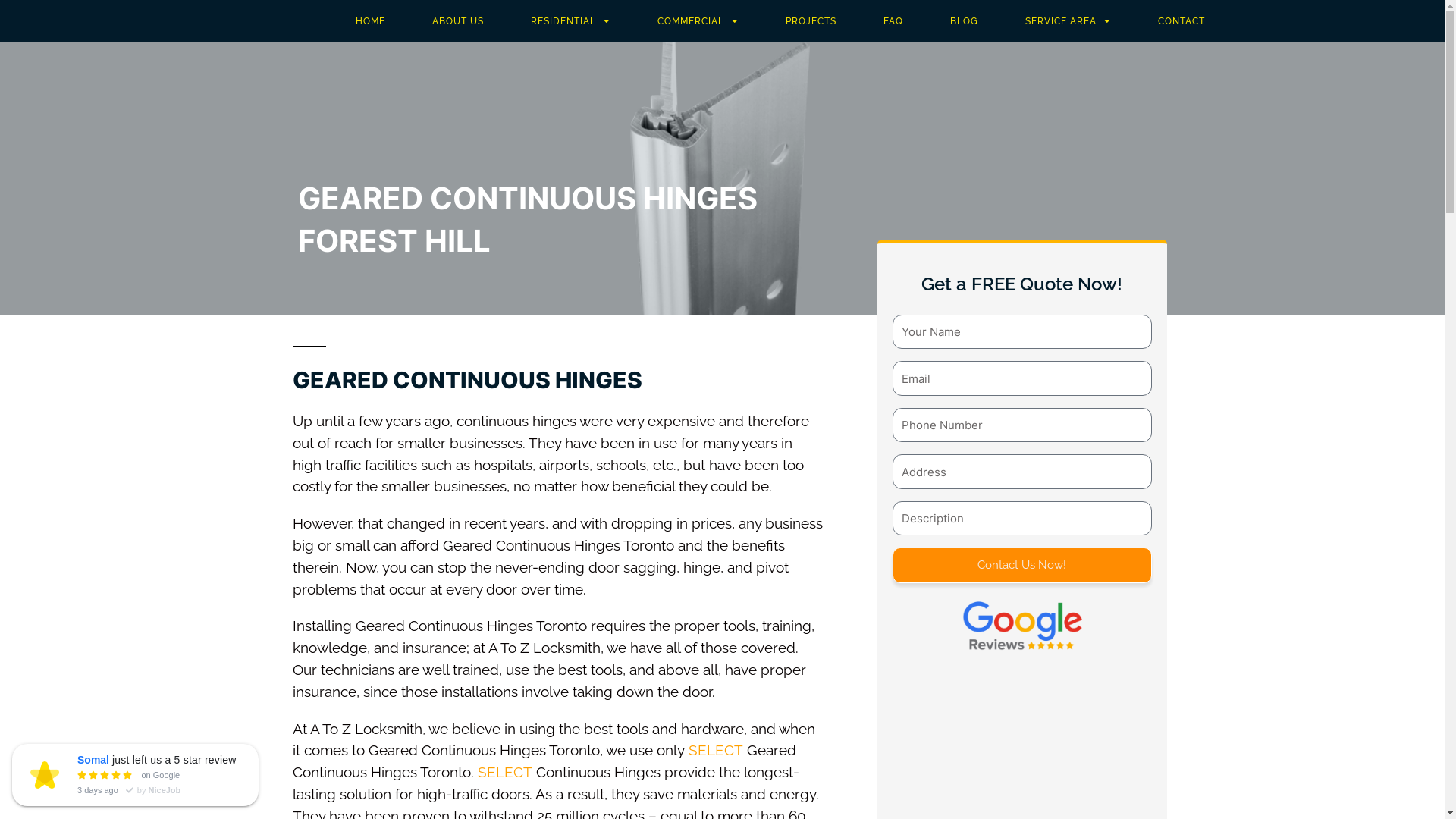 The image size is (1456, 819). I want to click on 'COMMERCIAL', so click(697, 20).